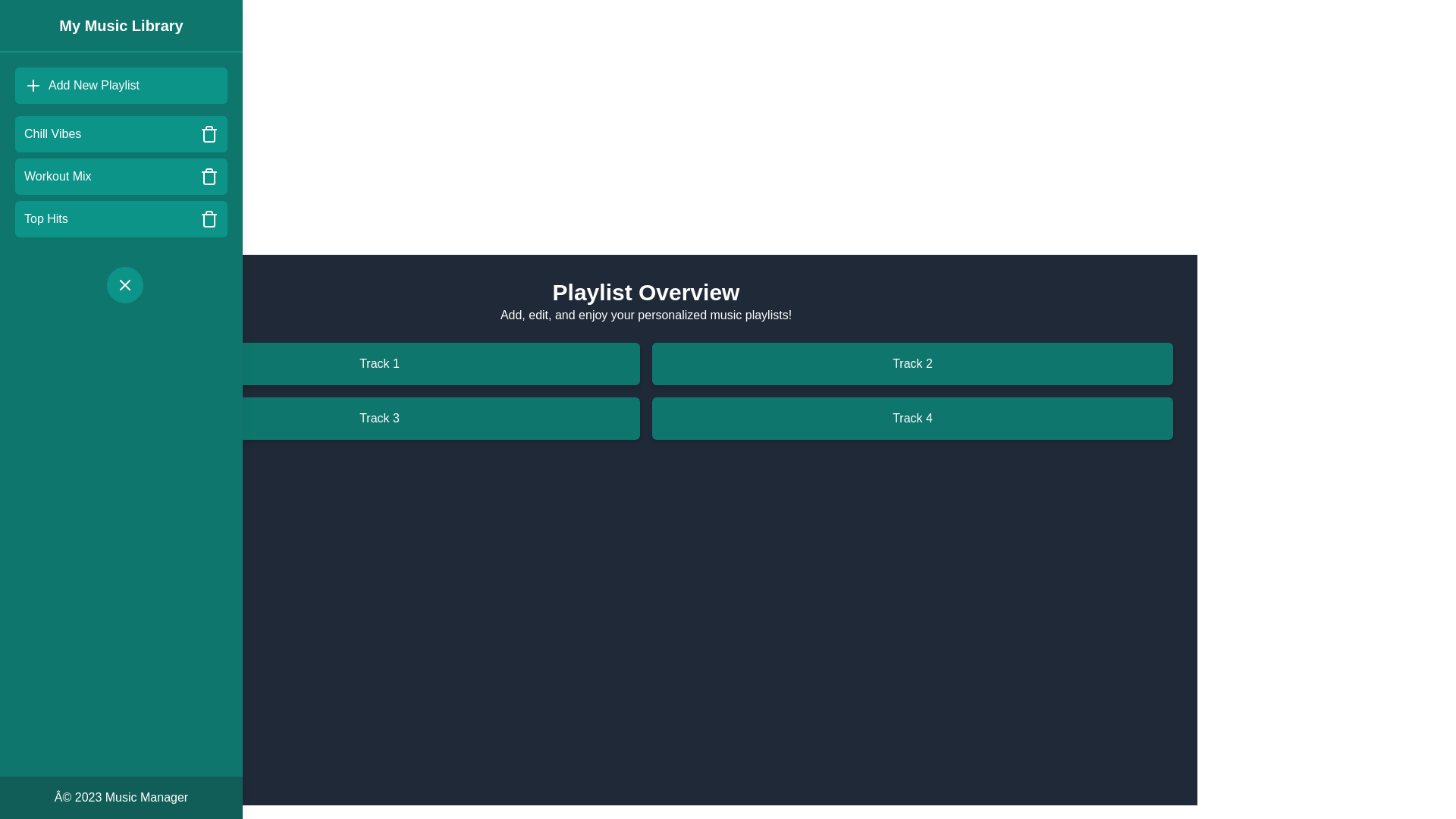  Describe the element at coordinates (33, 85) in the screenshot. I see `the plus icon located to the left of the 'Add New Playlist' text in the sidebar` at that location.